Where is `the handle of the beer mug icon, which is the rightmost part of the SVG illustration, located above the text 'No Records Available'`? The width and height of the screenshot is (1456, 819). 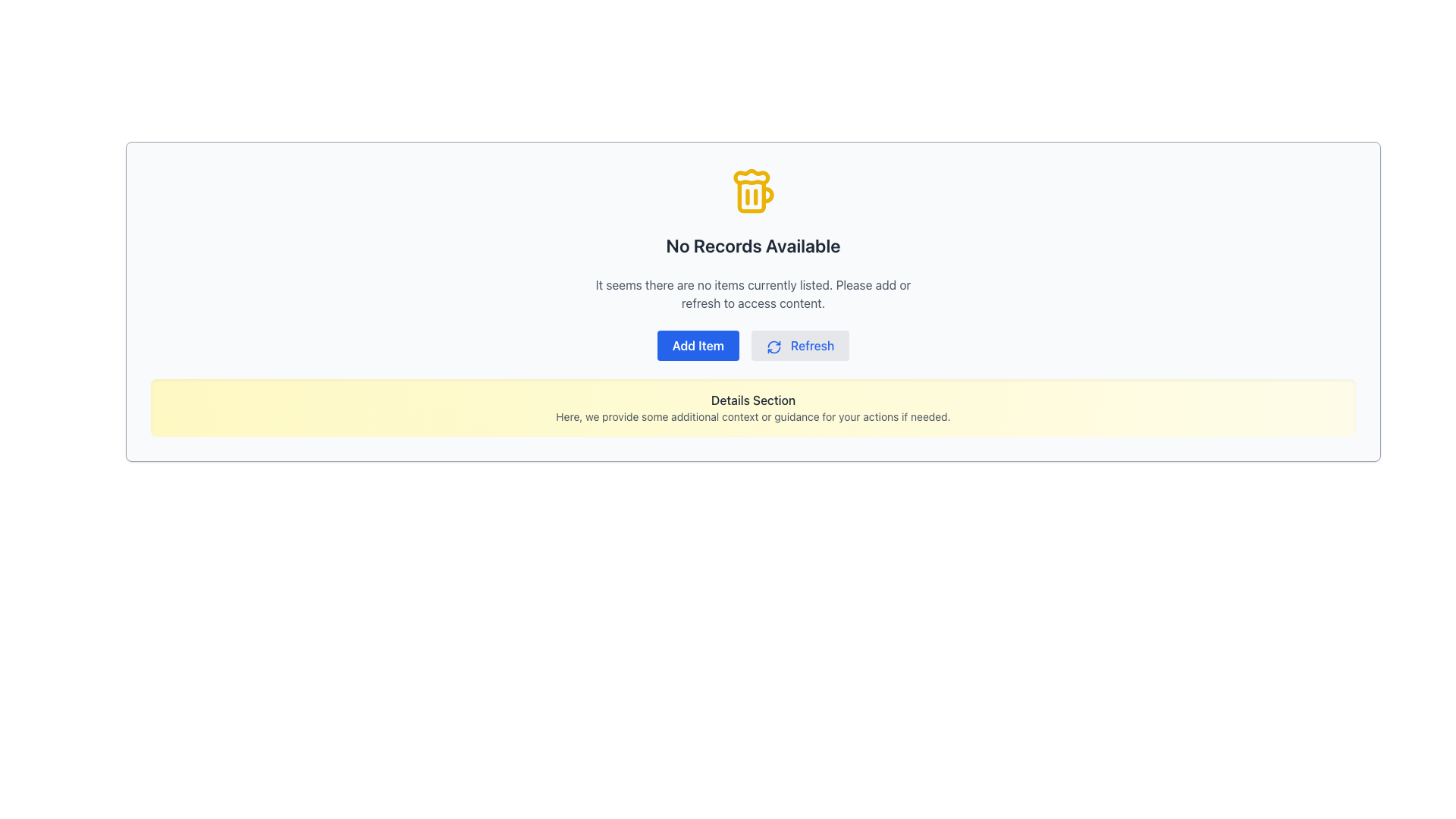
the handle of the beer mug icon, which is the rightmost part of the SVG illustration, located above the text 'No Records Available' is located at coordinates (767, 194).